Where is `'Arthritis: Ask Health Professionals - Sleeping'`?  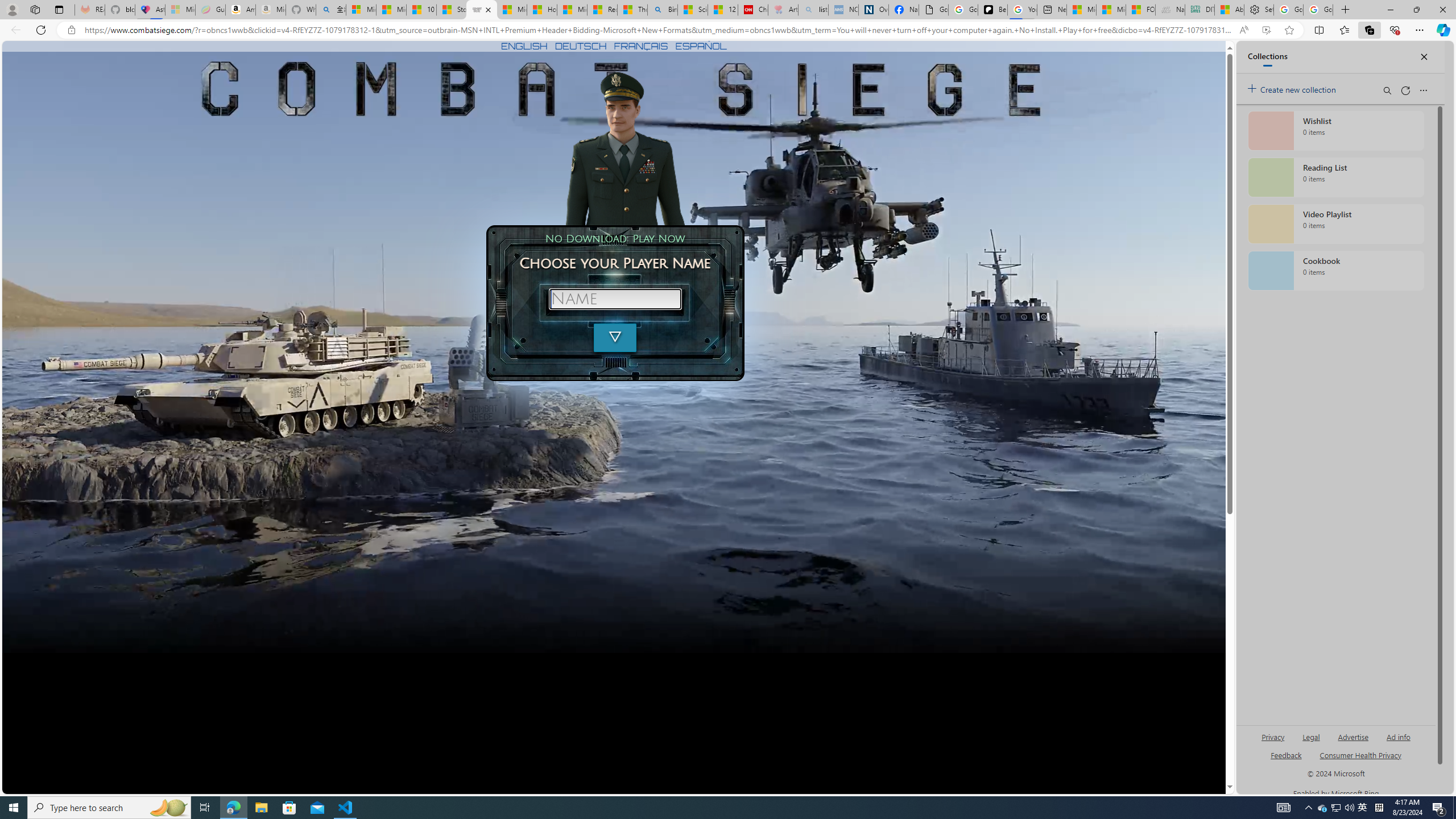
'Arthritis: Ask Health Professionals - Sleeping' is located at coordinates (783, 9).